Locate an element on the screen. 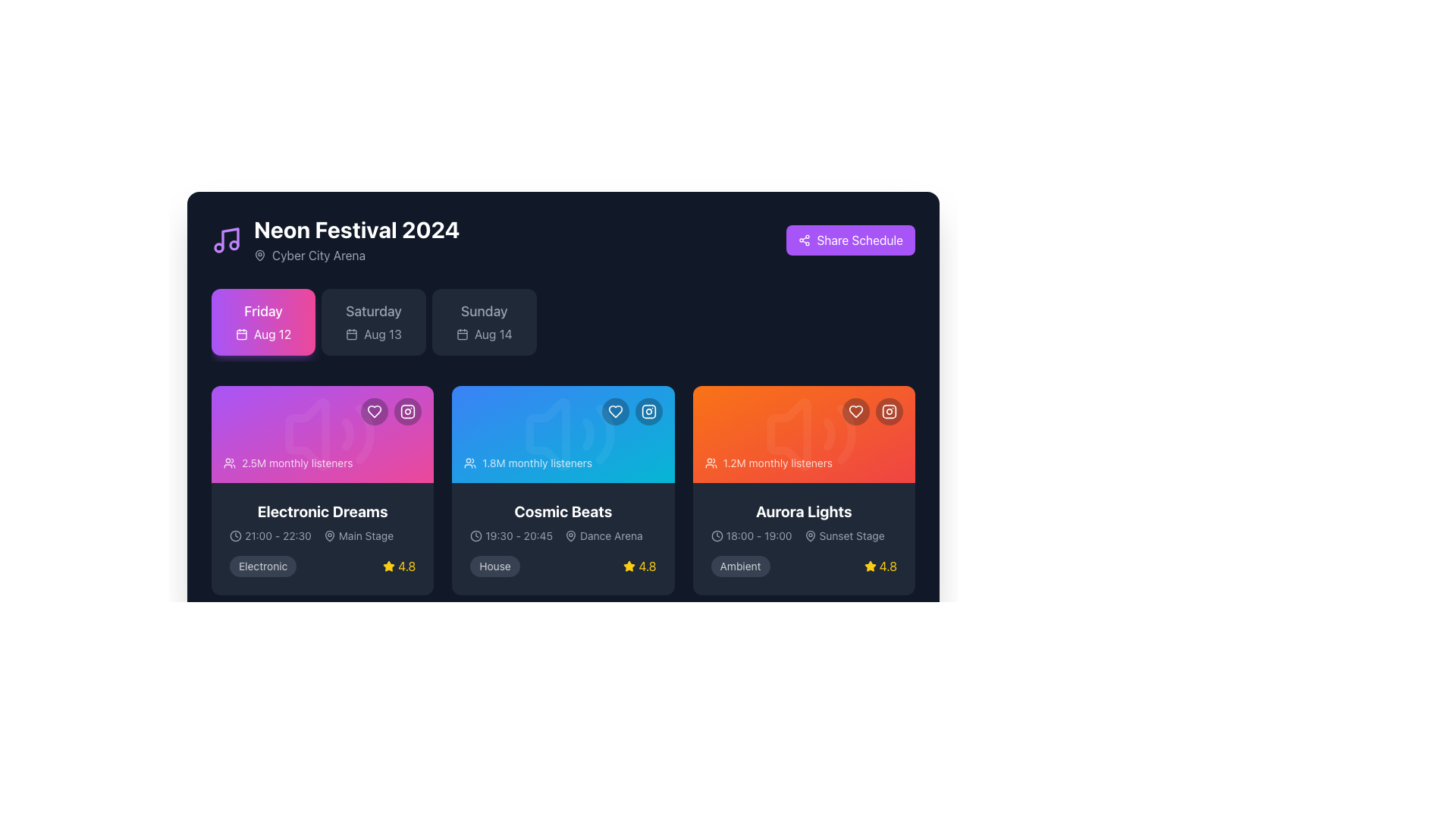  the heart-shaped blue icon representing the action of liking or favoriting, located in the top right corner of the 'Cosmic Beats' card is located at coordinates (615, 412).